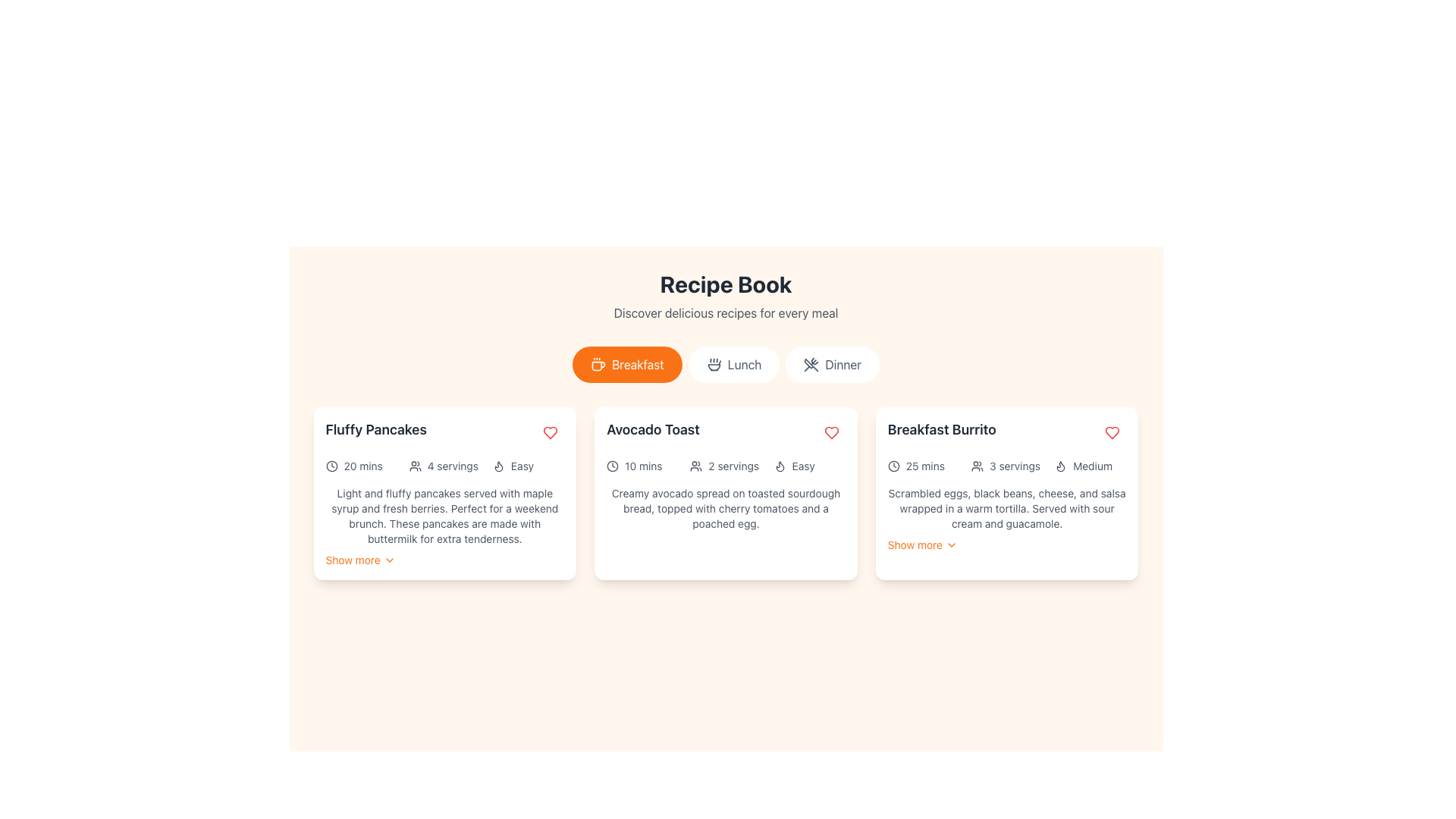 This screenshot has width=1456, height=819. What do you see at coordinates (1007, 509) in the screenshot?
I see `the text from the small gray text label that describes the recipe, which is located in the 'Breakfast Burrito' card, positioned in the rightmost column of the layout` at bounding box center [1007, 509].